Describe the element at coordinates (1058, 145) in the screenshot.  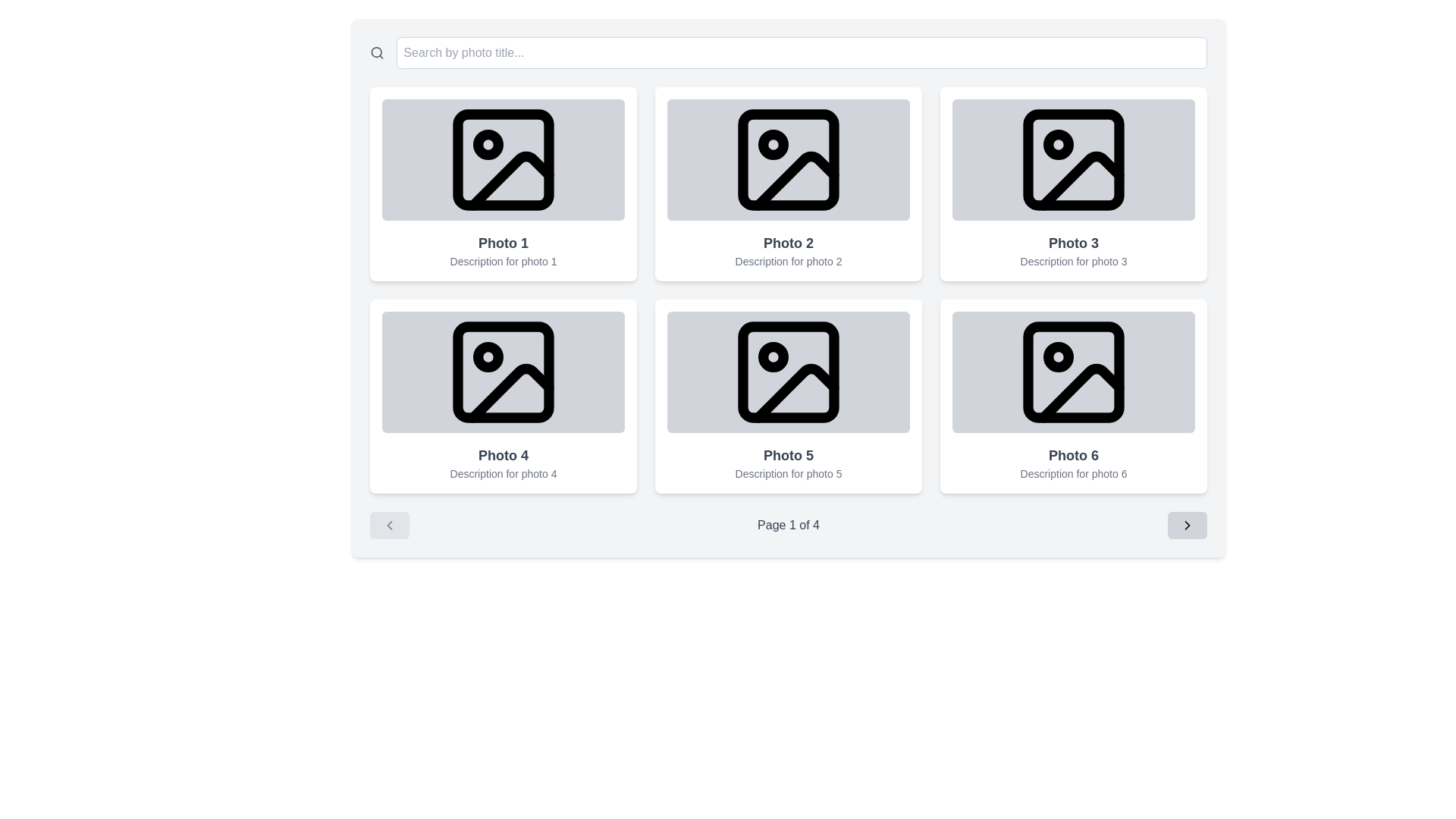
I see `the graphic decorative element within the 'Photo 3' card's photo icon, located near the upper-left portion` at that location.